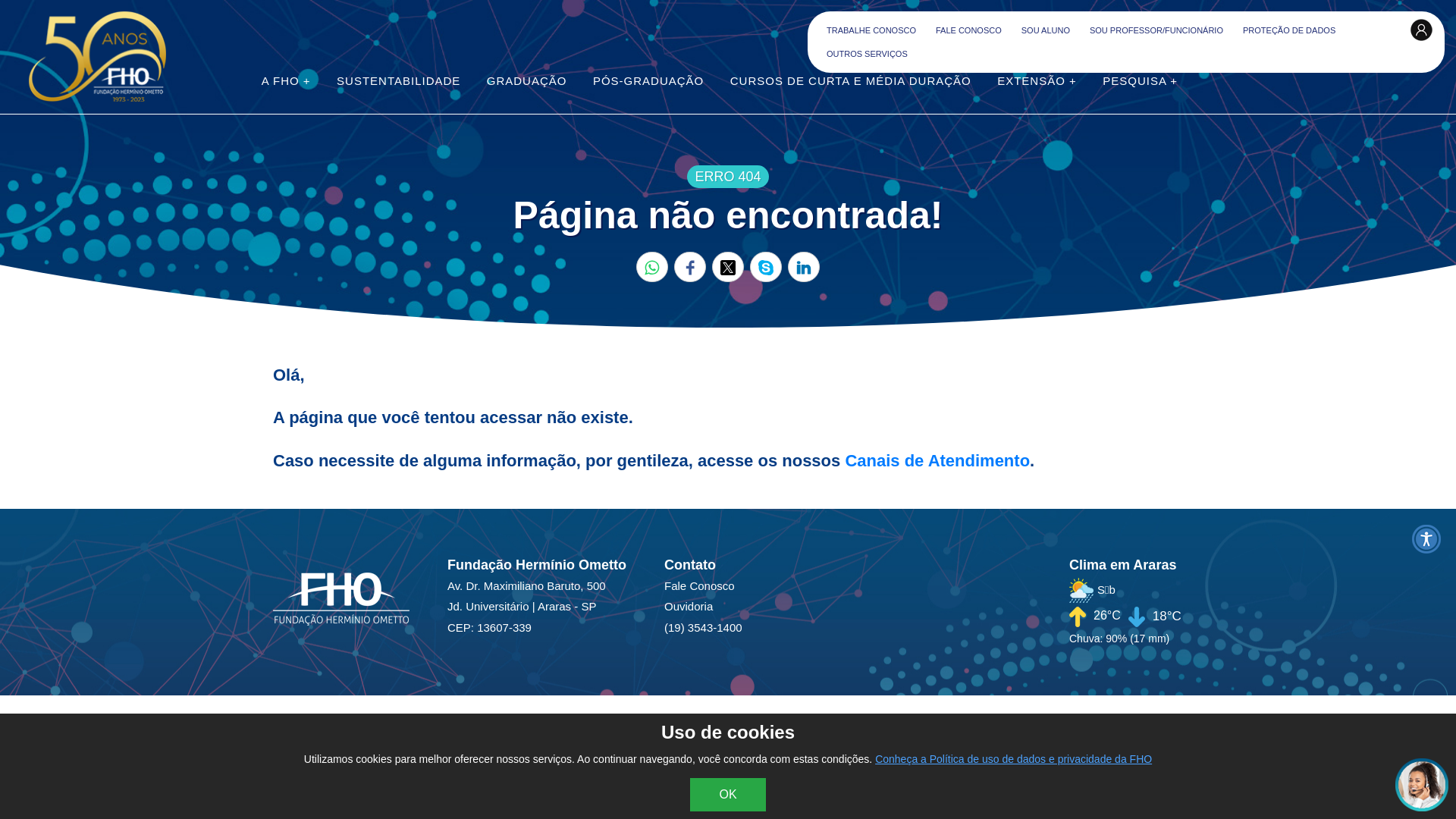  Describe the element at coordinates (664, 604) in the screenshot. I see `'Ouvidoria'` at that location.